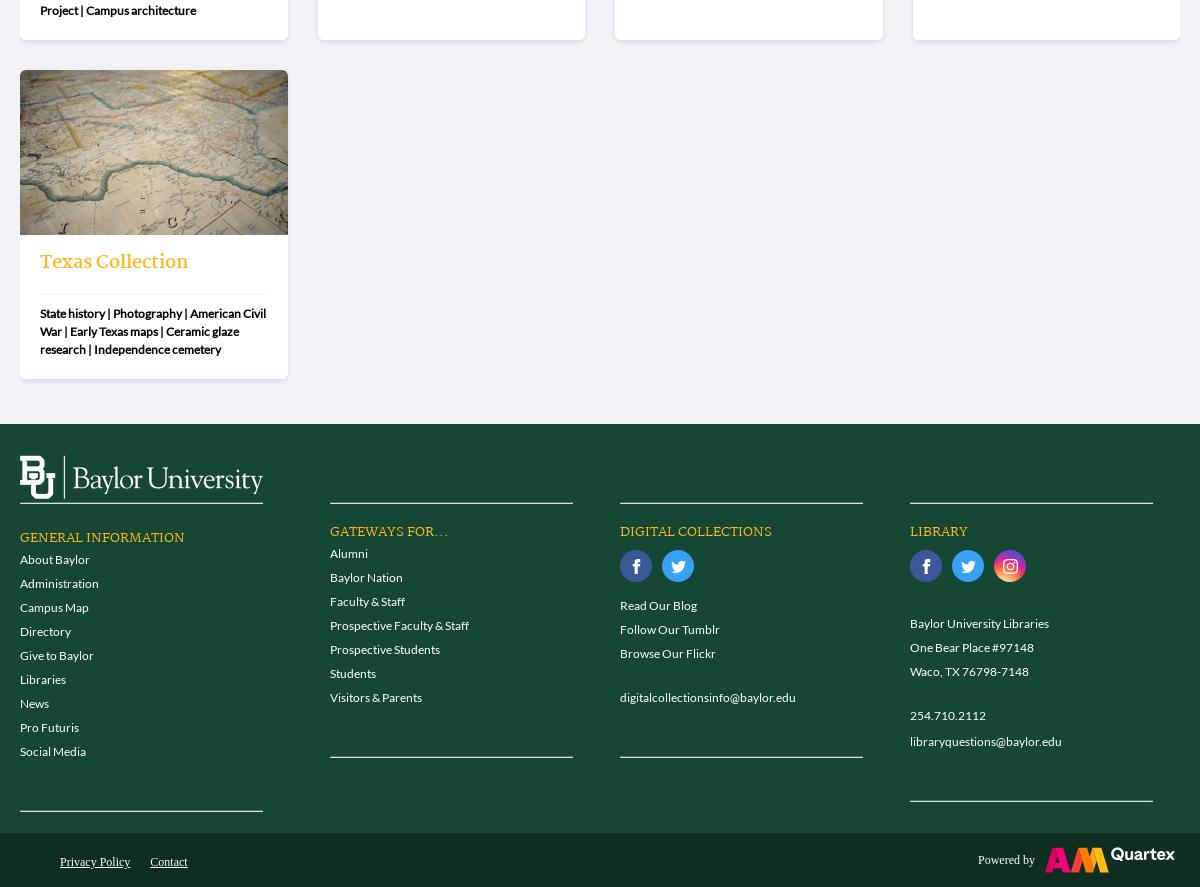 The height and width of the screenshot is (887, 1200). Describe the element at coordinates (114, 261) in the screenshot. I see `'Texas Collection'` at that location.